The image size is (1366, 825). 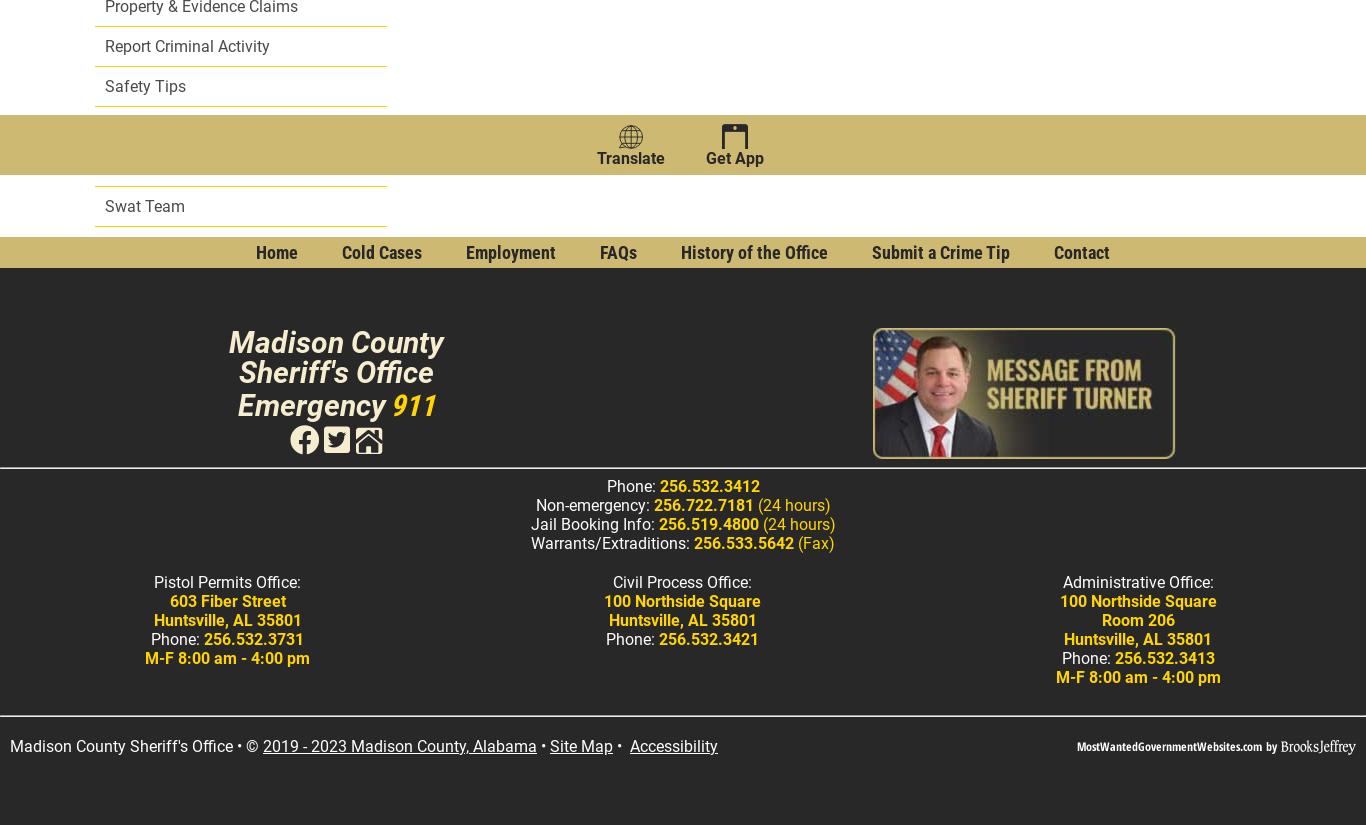 What do you see at coordinates (226, 581) in the screenshot?
I see `'Pistol Permits Office:'` at bounding box center [226, 581].